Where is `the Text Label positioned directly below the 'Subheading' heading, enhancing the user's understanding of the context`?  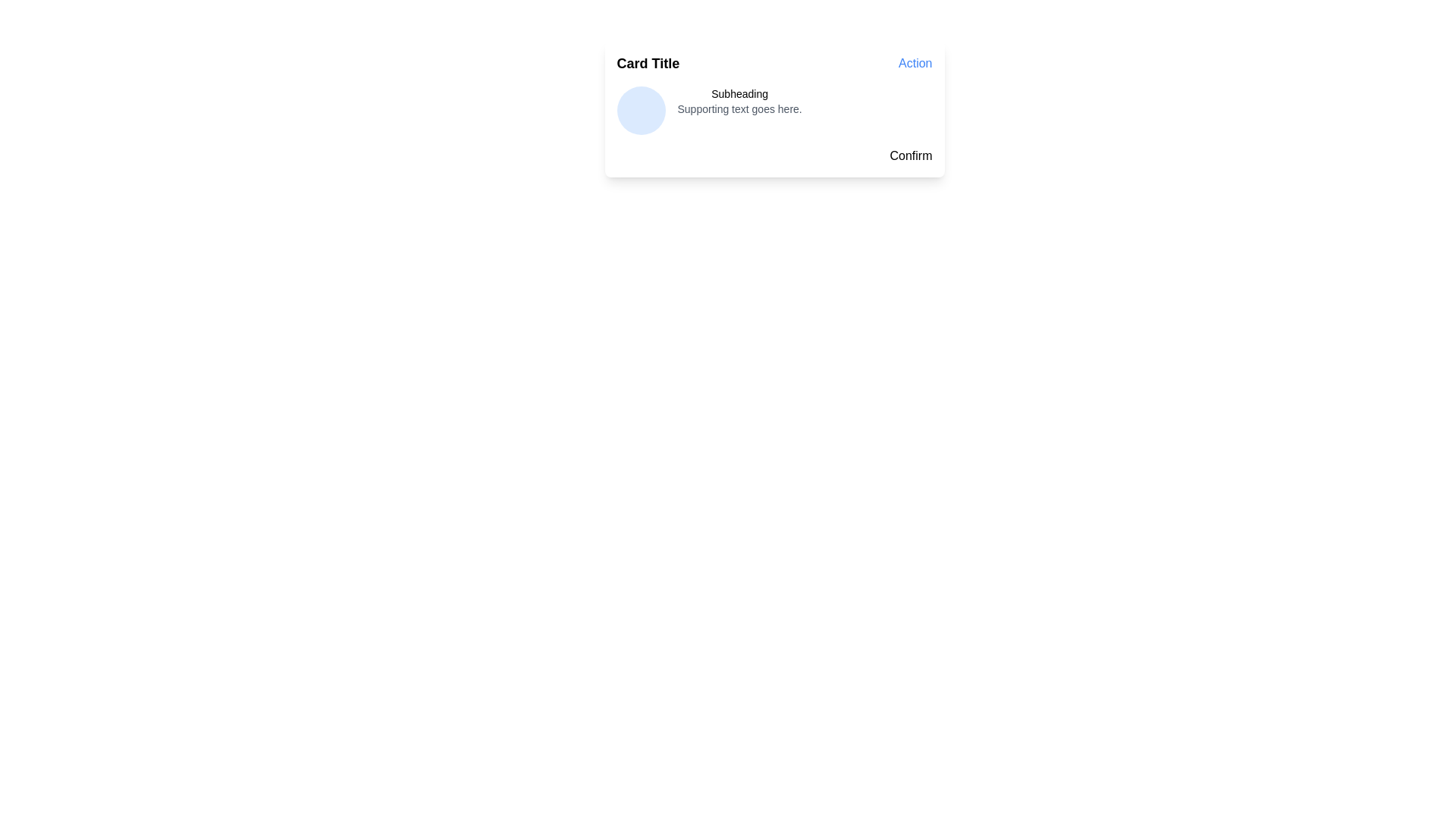 the Text Label positioned directly below the 'Subheading' heading, enhancing the user's understanding of the context is located at coordinates (739, 108).